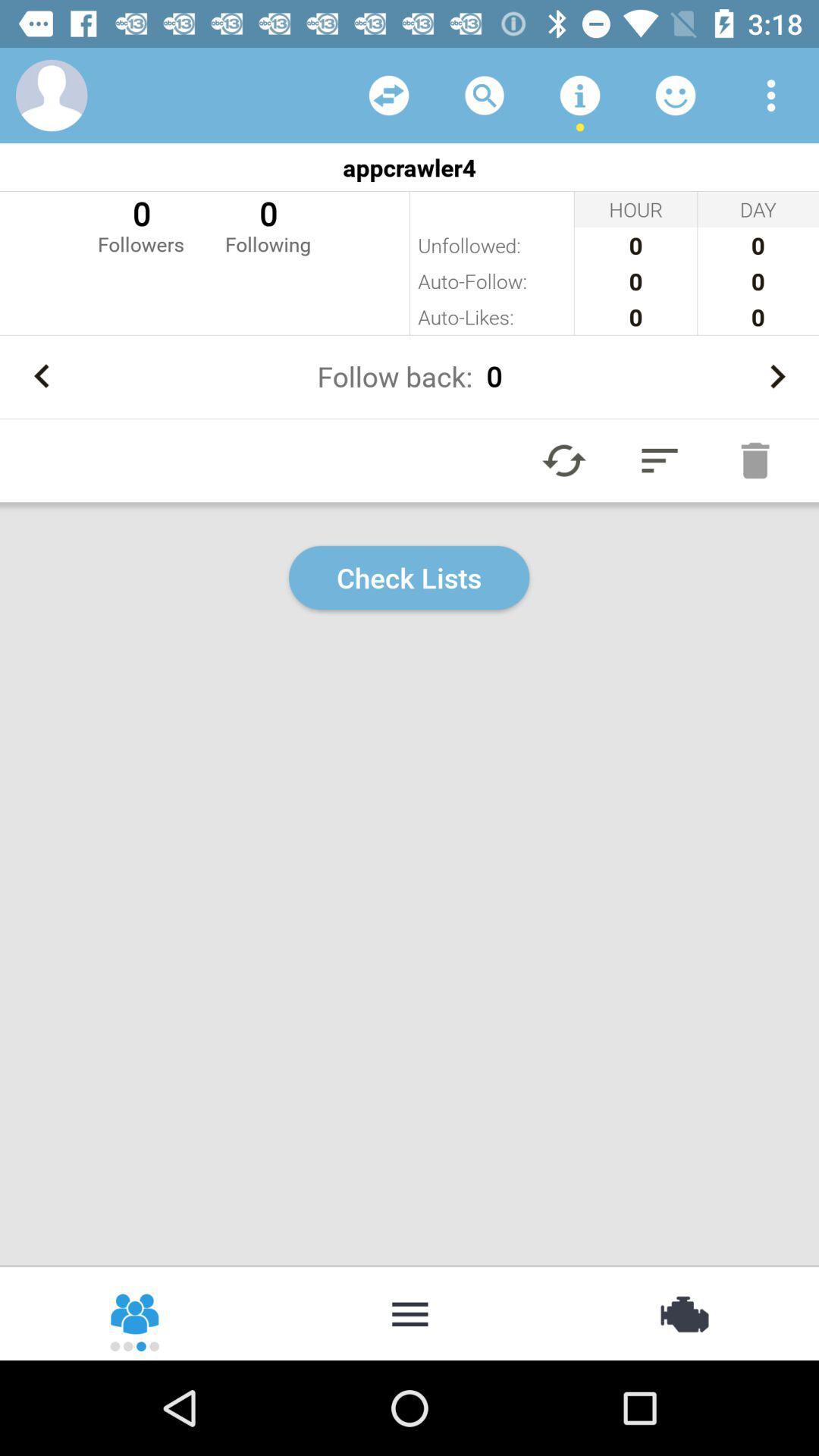 The height and width of the screenshot is (1456, 819). Describe the element at coordinates (564, 460) in the screenshot. I see `the refresh icon` at that location.